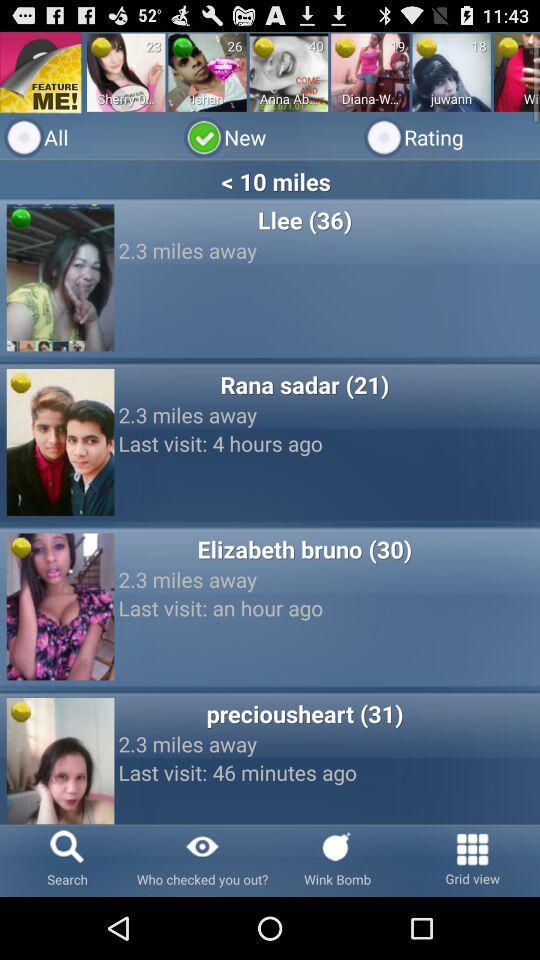 The width and height of the screenshot is (540, 960). What do you see at coordinates (202, 859) in the screenshot?
I see `the icon to the right of the search` at bounding box center [202, 859].